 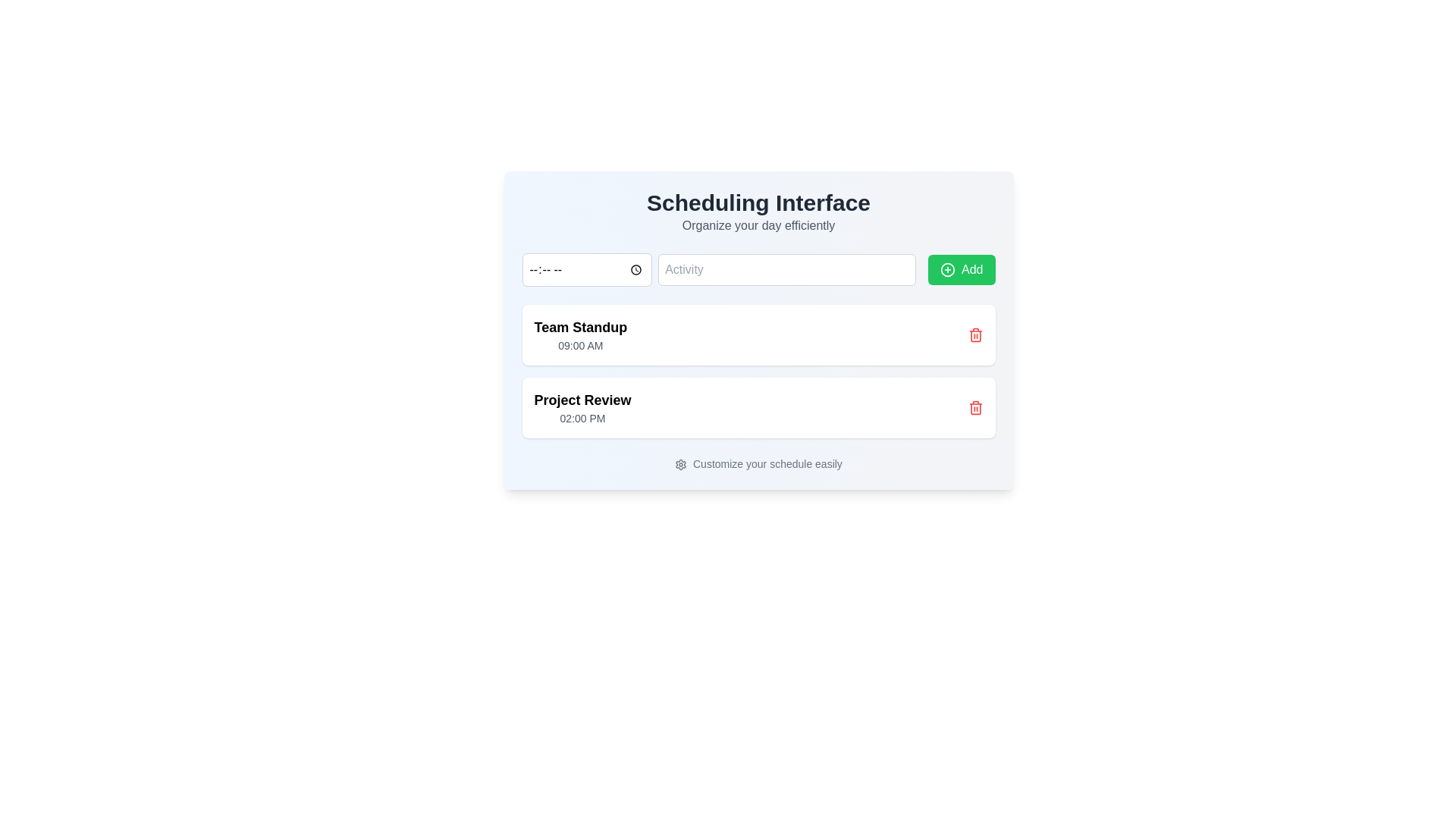 I want to click on the text label displaying '02:00 PM', which is located directly below the 'Project Review' label in the event list, so click(x=582, y=418).